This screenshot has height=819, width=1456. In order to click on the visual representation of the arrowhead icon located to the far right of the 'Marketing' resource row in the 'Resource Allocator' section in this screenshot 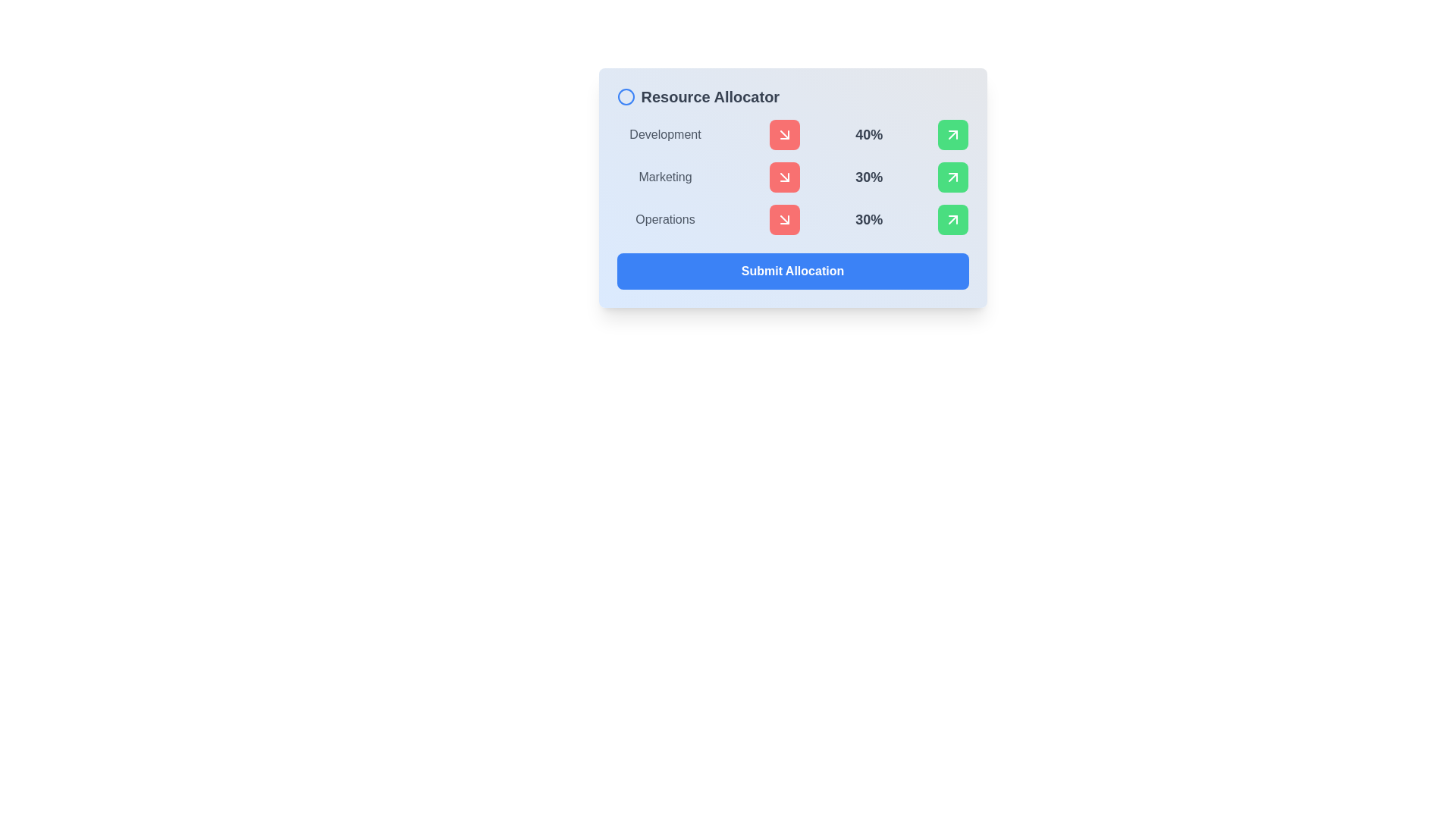, I will do `click(952, 177)`.